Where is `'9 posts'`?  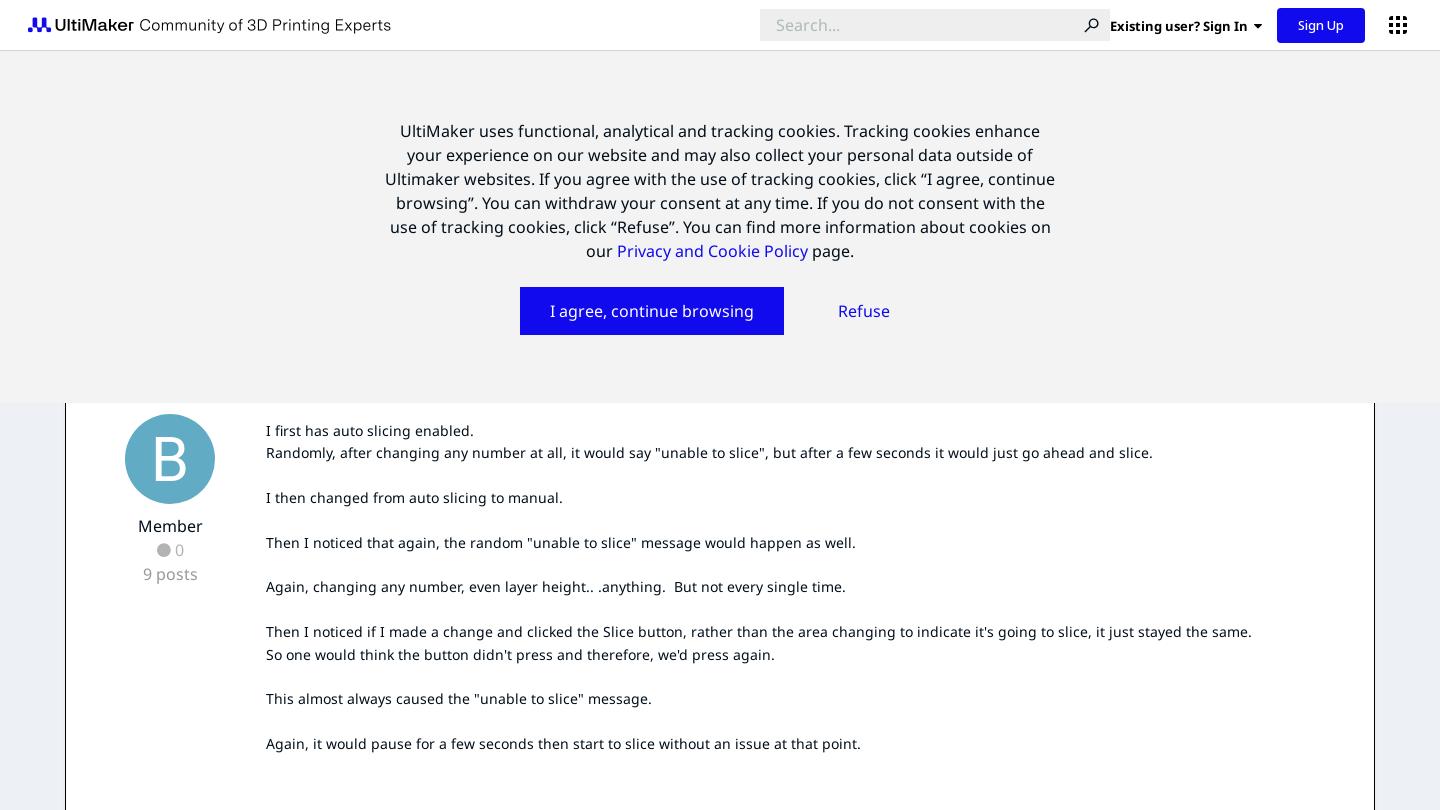
'9 posts' is located at coordinates (168, 572).